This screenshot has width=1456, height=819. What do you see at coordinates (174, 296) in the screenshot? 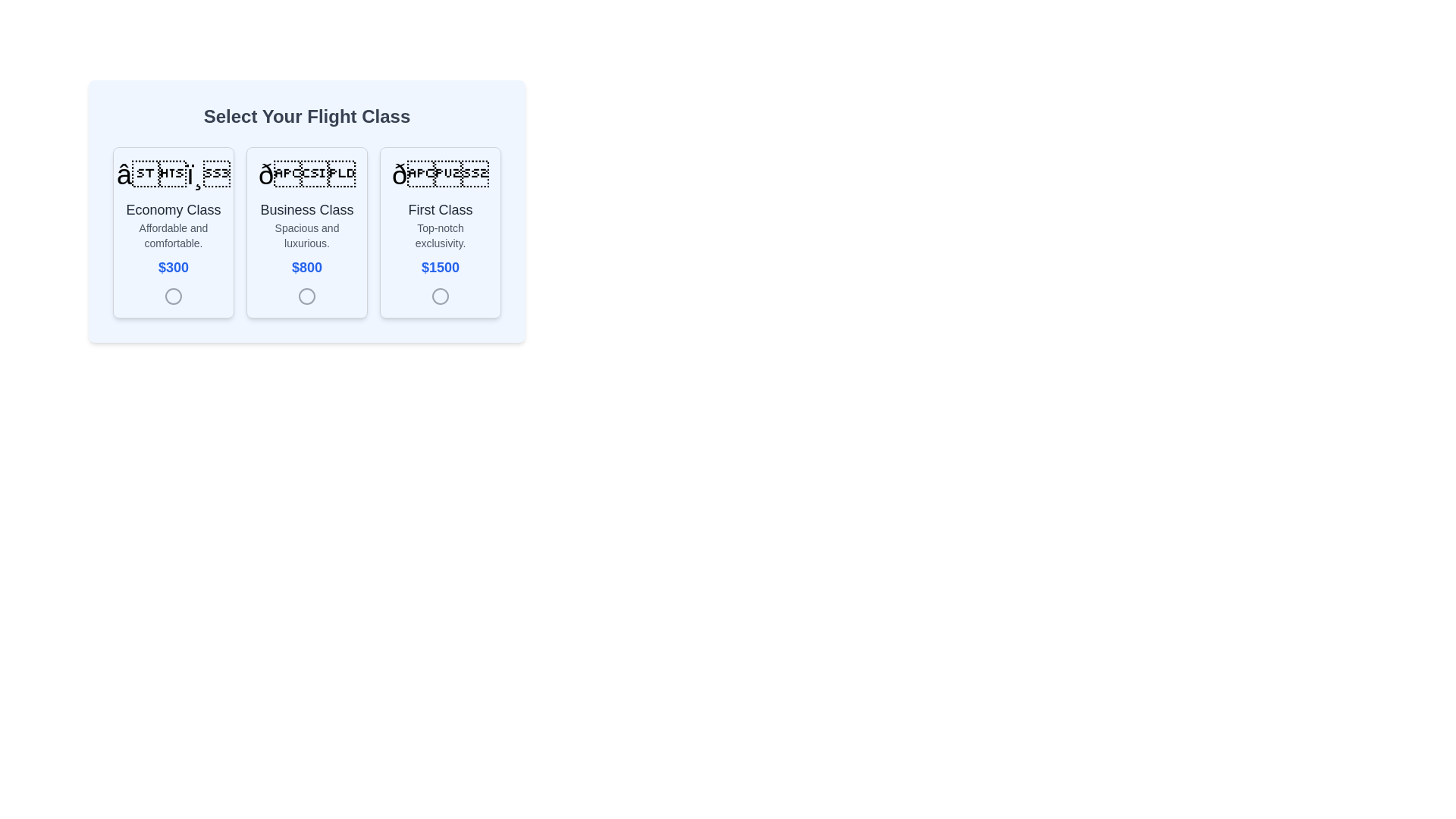
I see `the radio button within the 'Economy Class' card, located below the '$300' text` at bounding box center [174, 296].